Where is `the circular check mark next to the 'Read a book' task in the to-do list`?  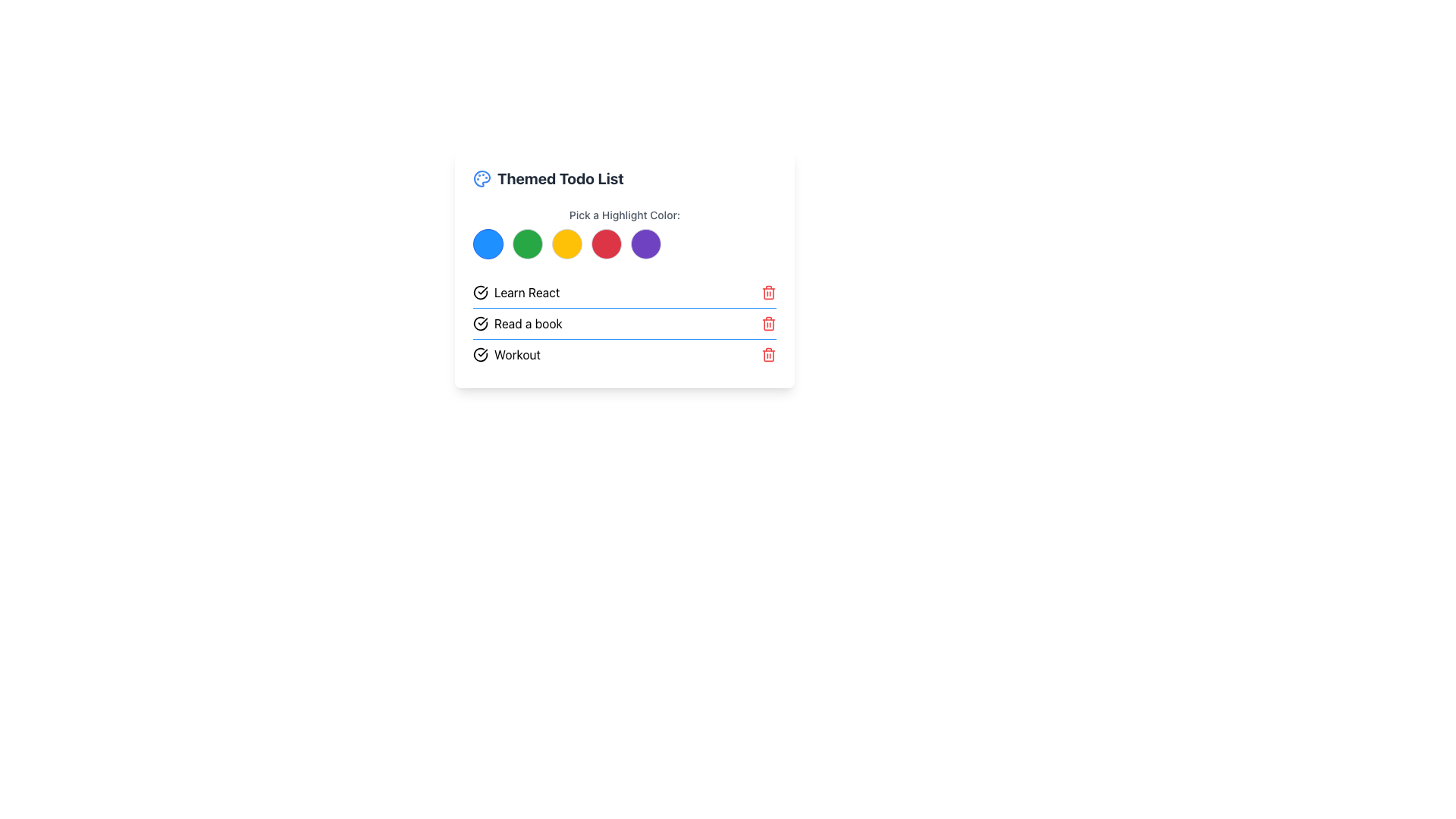
the circular check mark next to the 'Read a book' task in the to-do list is located at coordinates (625, 322).